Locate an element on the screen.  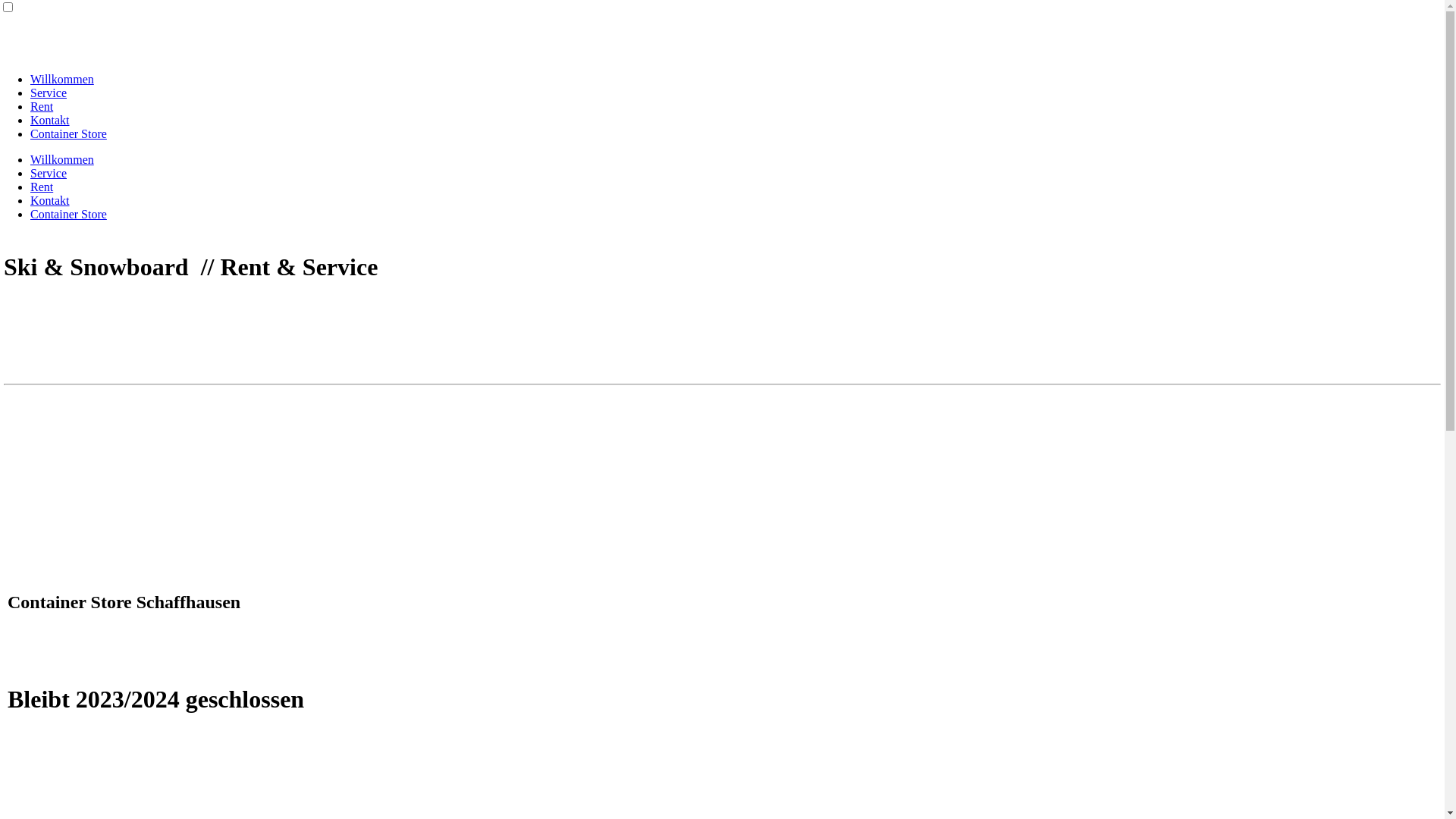
'Rent' is located at coordinates (30, 105).